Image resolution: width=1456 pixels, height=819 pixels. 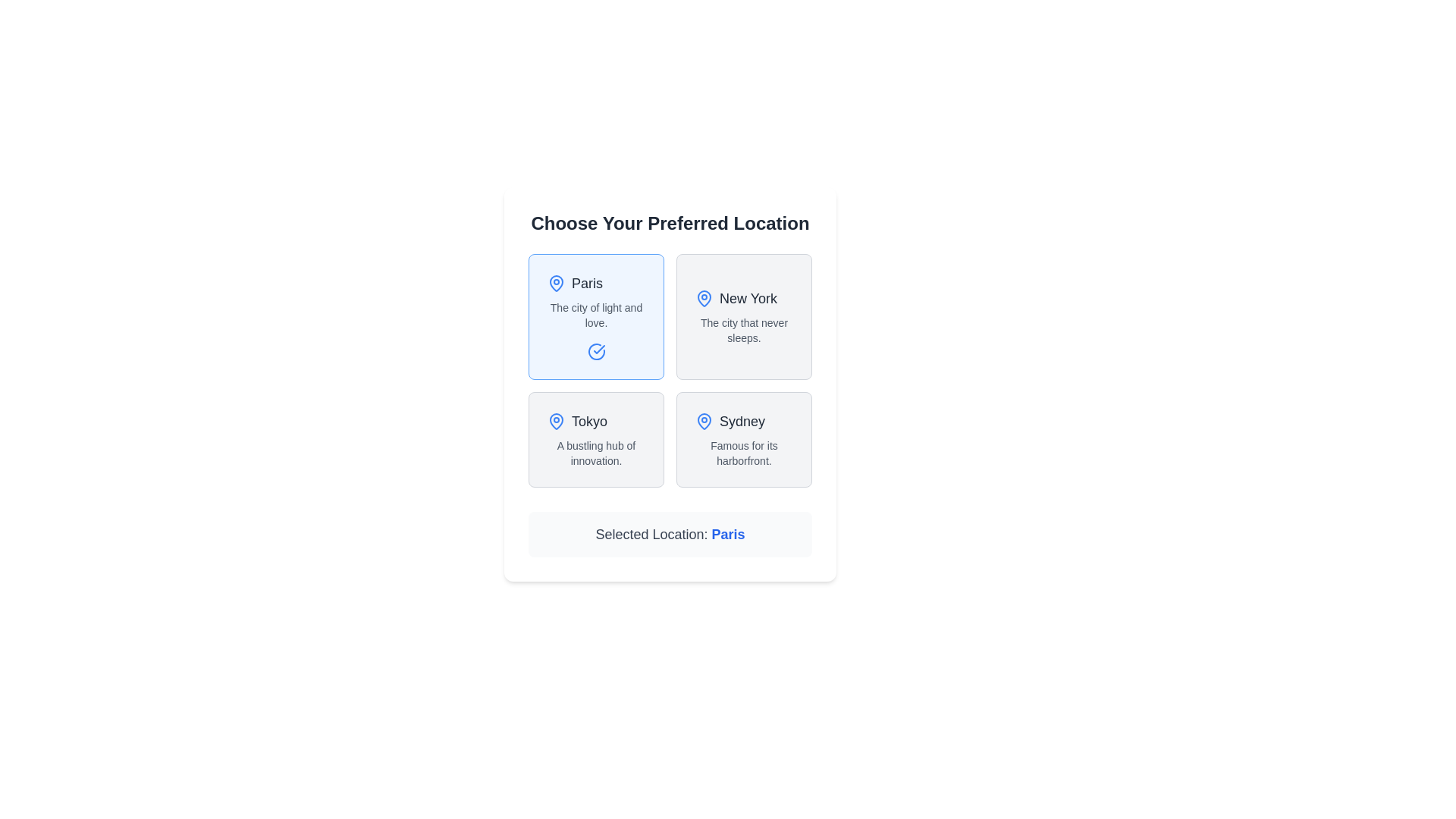 What do you see at coordinates (742, 421) in the screenshot?
I see `the text label 'Sydney' which is styled in a larger, bold font and is located beside a blue map pin icon in the lower-right quadrant of the grid layout` at bounding box center [742, 421].